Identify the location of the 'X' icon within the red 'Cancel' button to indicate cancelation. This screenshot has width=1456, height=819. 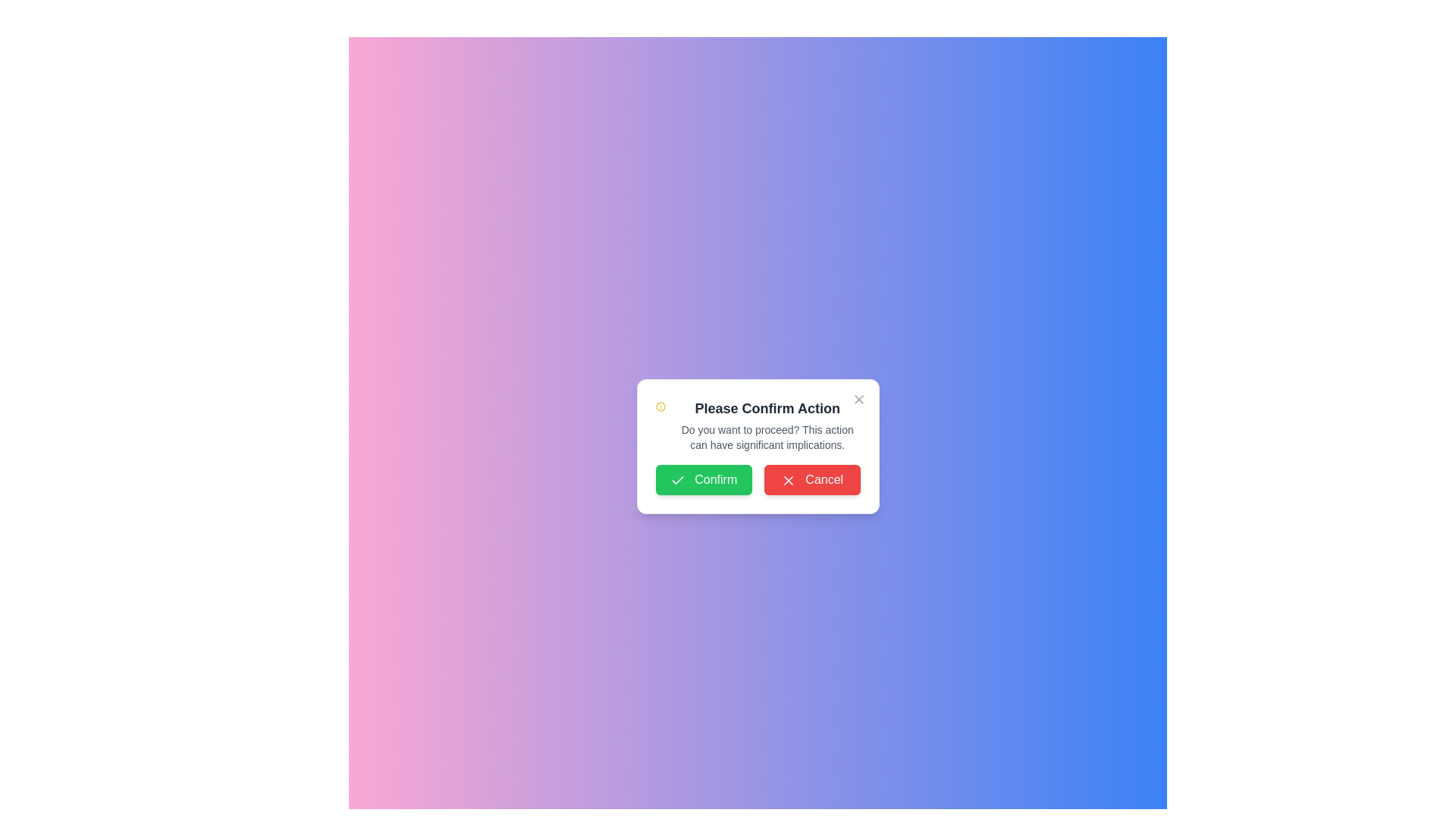
(788, 480).